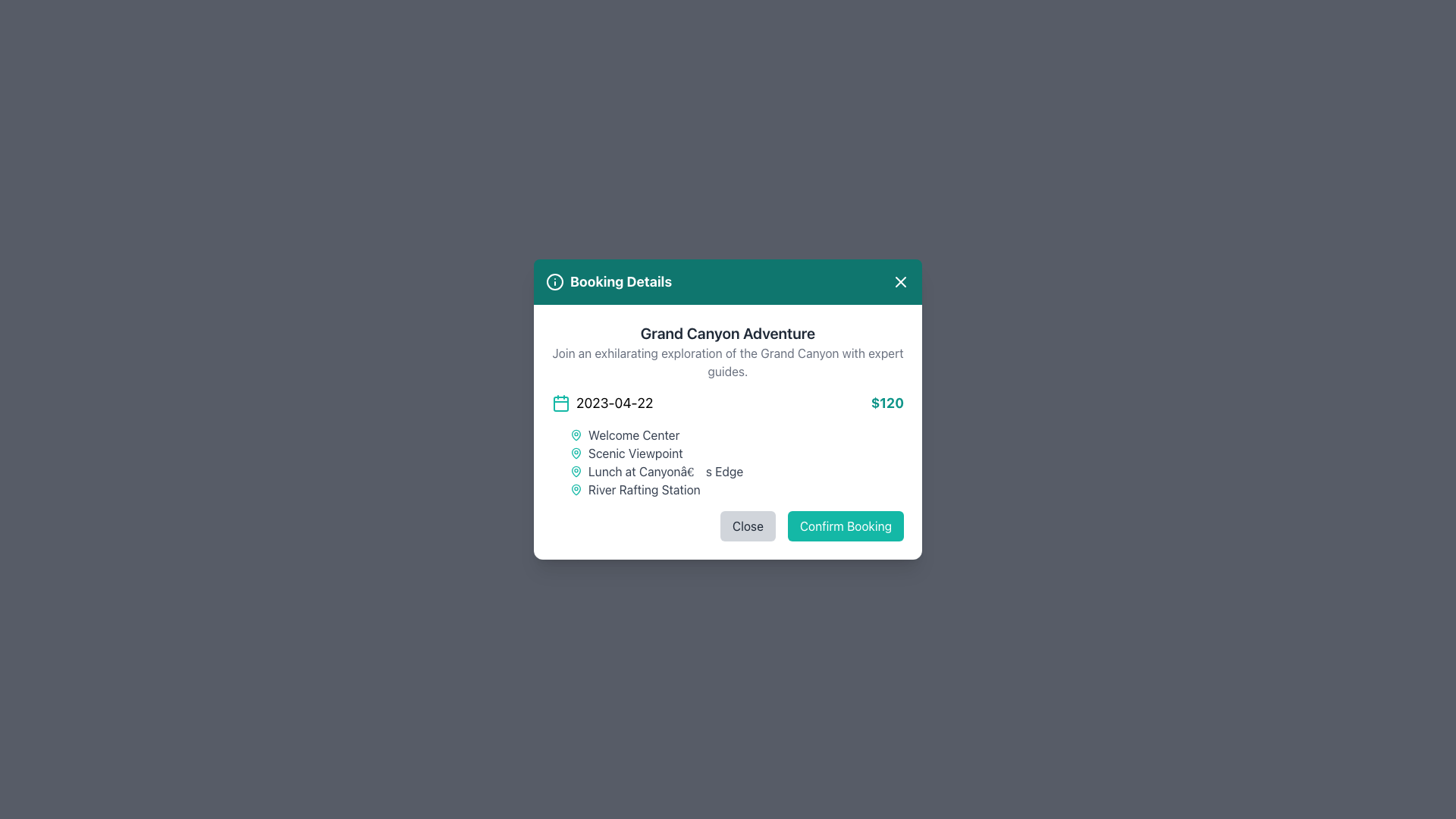 Image resolution: width=1456 pixels, height=819 pixels. Describe the element at coordinates (901, 281) in the screenshot. I see `the close (X) button located at the top-right corner of the 'Booking Details' modal` at that location.